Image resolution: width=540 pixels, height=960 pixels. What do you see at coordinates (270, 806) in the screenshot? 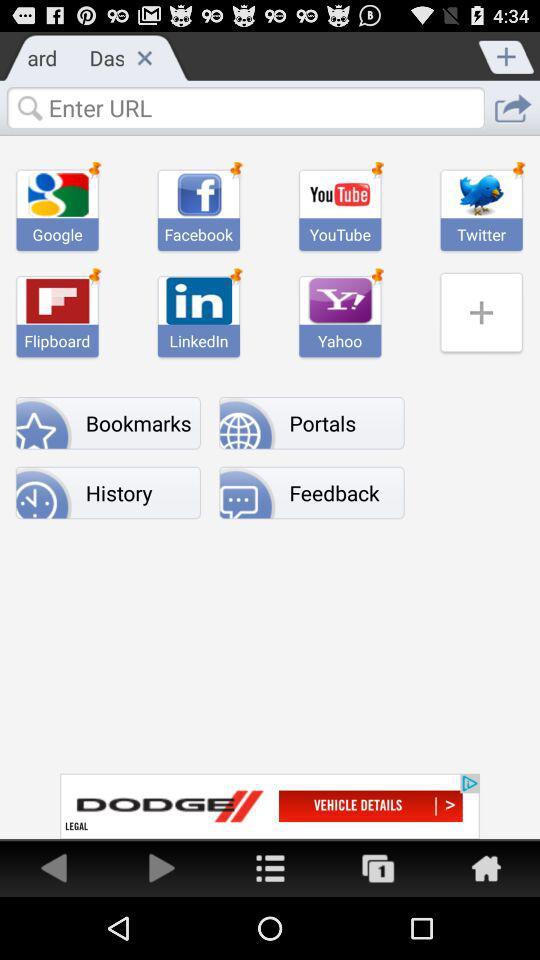
I see `advertising` at bounding box center [270, 806].